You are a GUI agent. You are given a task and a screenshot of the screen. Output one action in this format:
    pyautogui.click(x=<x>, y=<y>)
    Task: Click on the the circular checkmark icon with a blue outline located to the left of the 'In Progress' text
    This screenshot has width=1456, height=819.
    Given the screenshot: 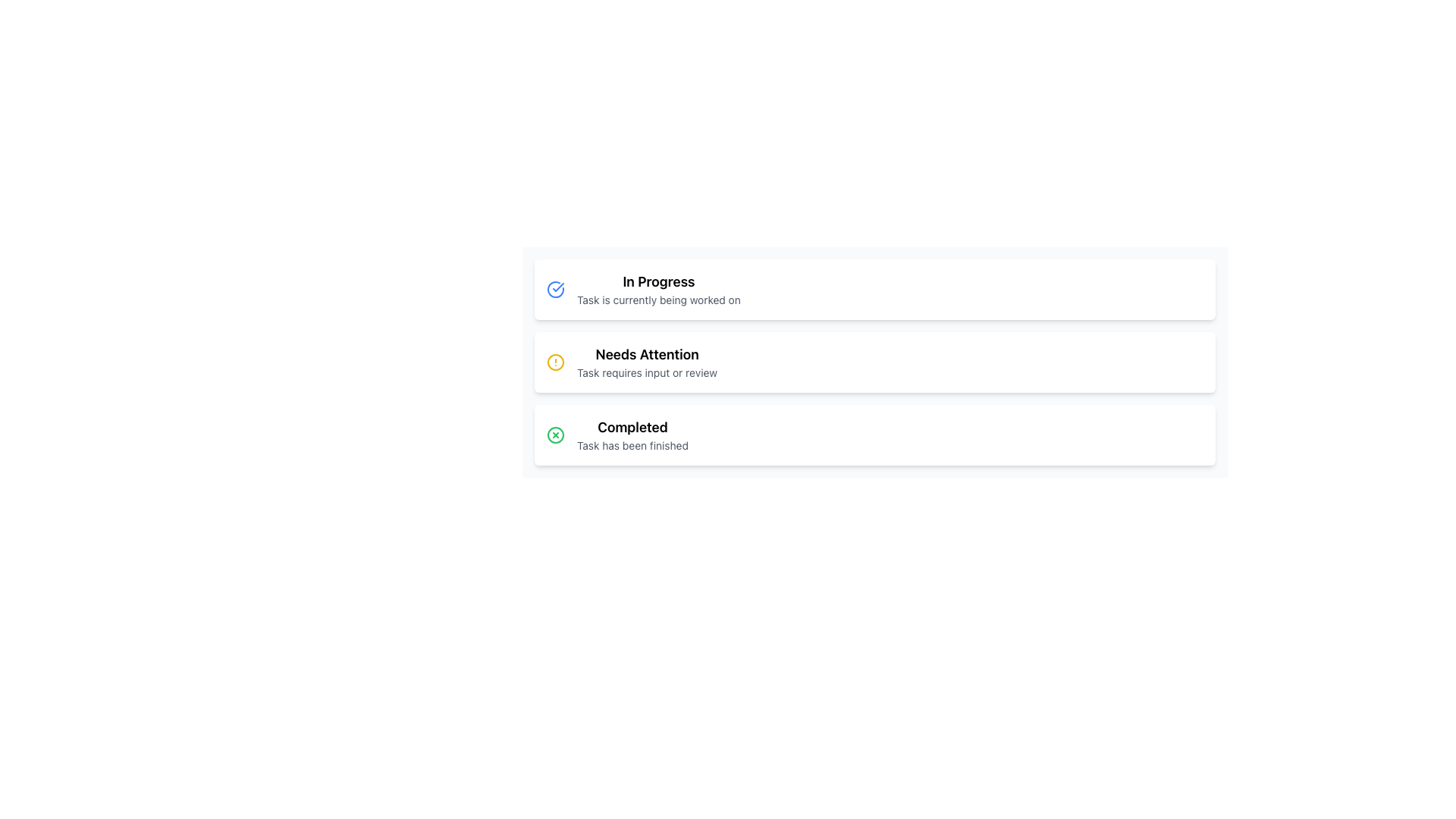 What is the action you would take?
    pyautogui.click(x=555, y=289)
    